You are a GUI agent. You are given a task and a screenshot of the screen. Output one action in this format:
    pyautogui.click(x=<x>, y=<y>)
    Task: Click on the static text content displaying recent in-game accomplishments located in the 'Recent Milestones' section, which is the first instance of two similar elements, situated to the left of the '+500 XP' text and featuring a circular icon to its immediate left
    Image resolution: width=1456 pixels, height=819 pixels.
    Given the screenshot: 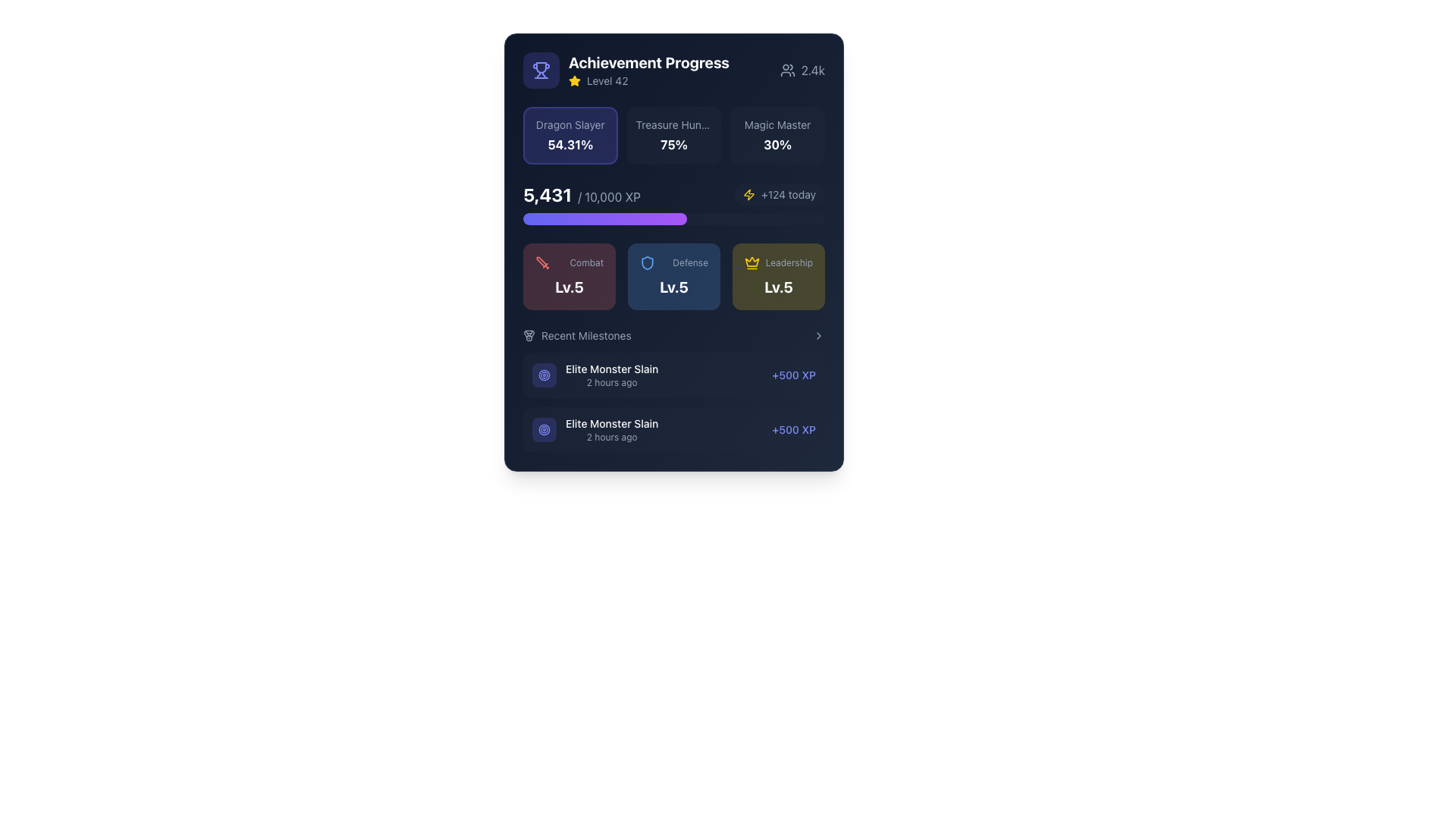 What is the action you would take?
    pyautogui.click(x=595, y=375)
    